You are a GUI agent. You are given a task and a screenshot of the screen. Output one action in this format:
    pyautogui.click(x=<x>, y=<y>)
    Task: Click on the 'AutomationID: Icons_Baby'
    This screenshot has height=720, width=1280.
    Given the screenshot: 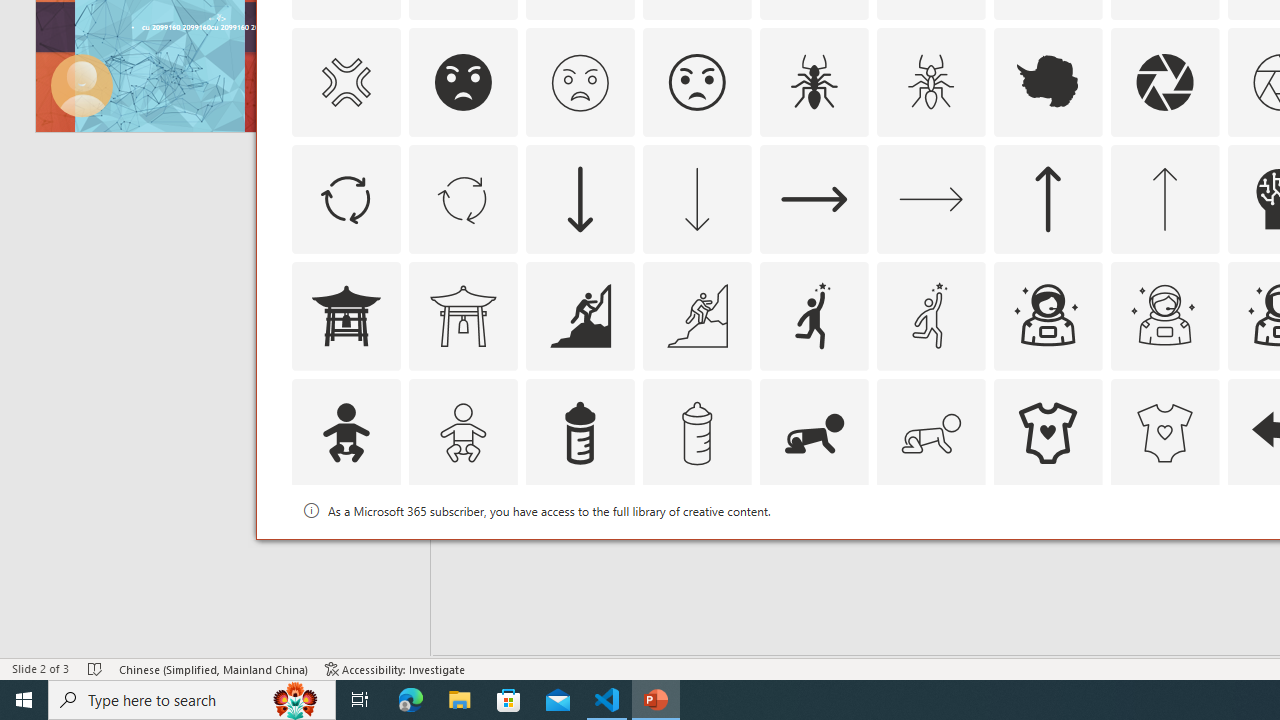 What is the action you would take?
    pyautogui.click(x=345, y=431)
    